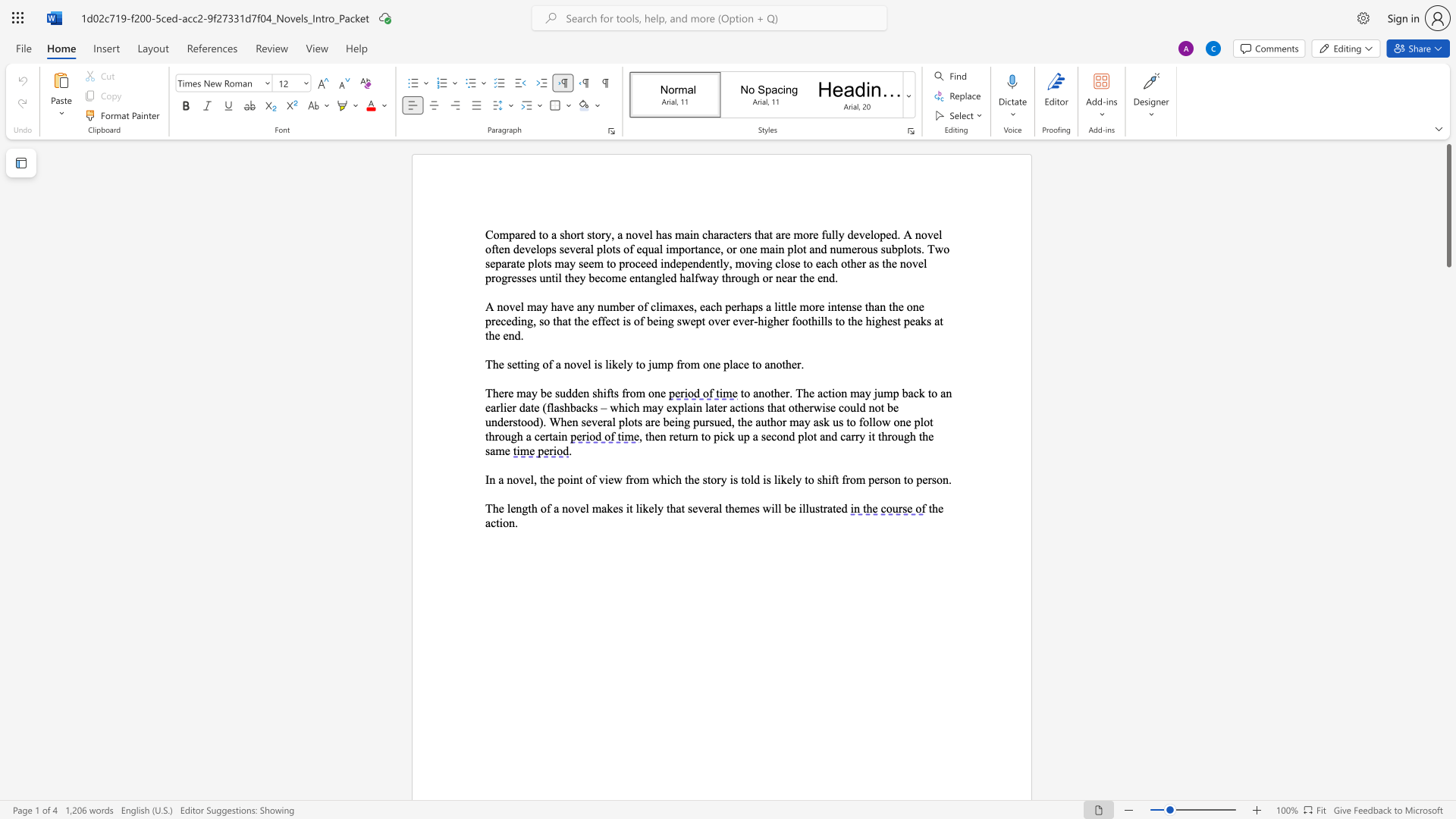  What do you see at coordinates (840, 508) in the screenshot?
I see `the space between the continuous character "e" and "d" in the text` at bounding box center [840, 508].